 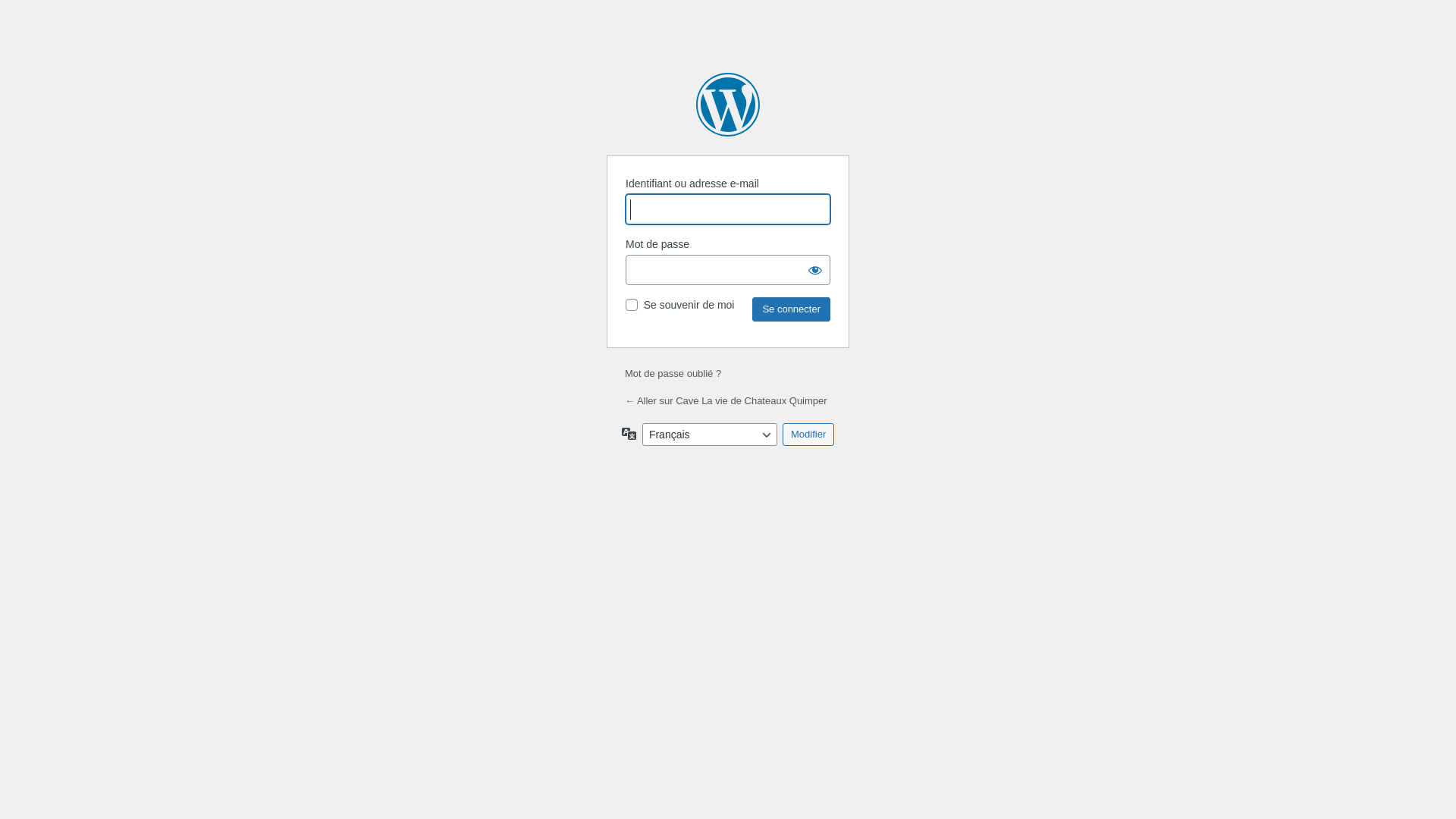 What do you see at coordinates (790, 309) in the screenshot?
I see `'Se connecter'` at bounding box center [790, 309].